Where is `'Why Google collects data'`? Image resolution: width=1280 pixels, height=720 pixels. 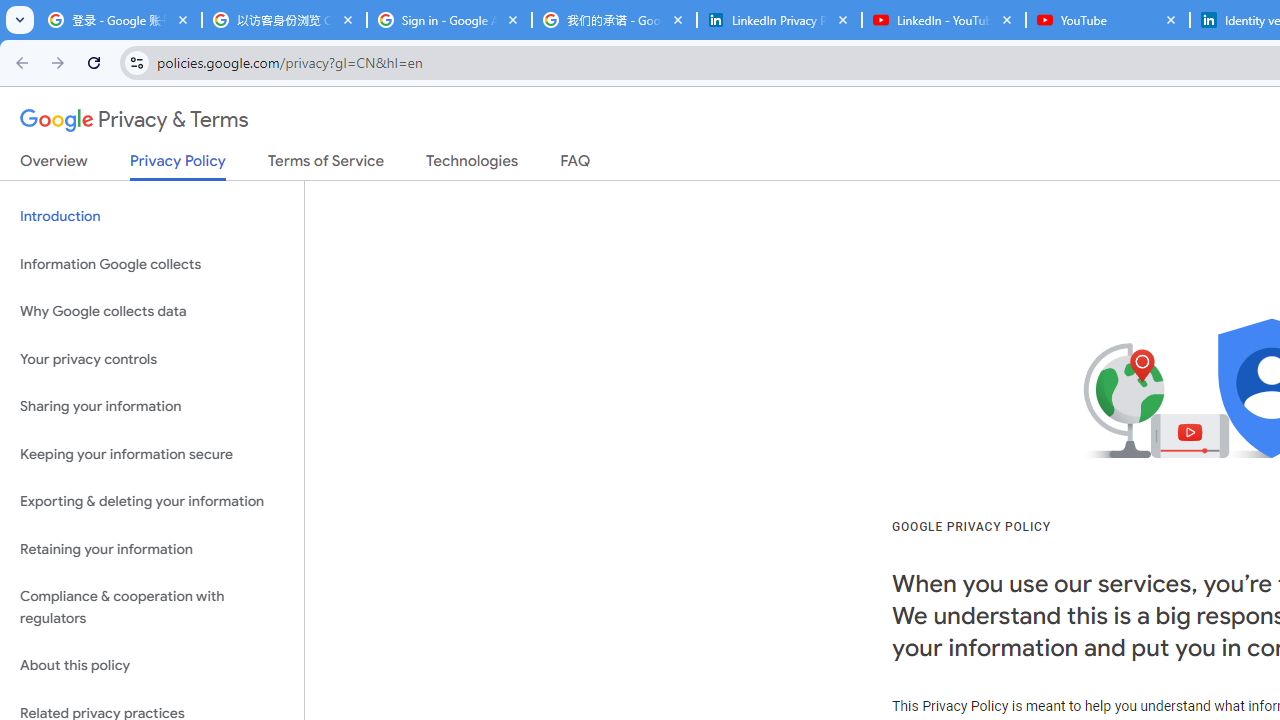
'Why Google collects data' is located at coordinates (151, 312).